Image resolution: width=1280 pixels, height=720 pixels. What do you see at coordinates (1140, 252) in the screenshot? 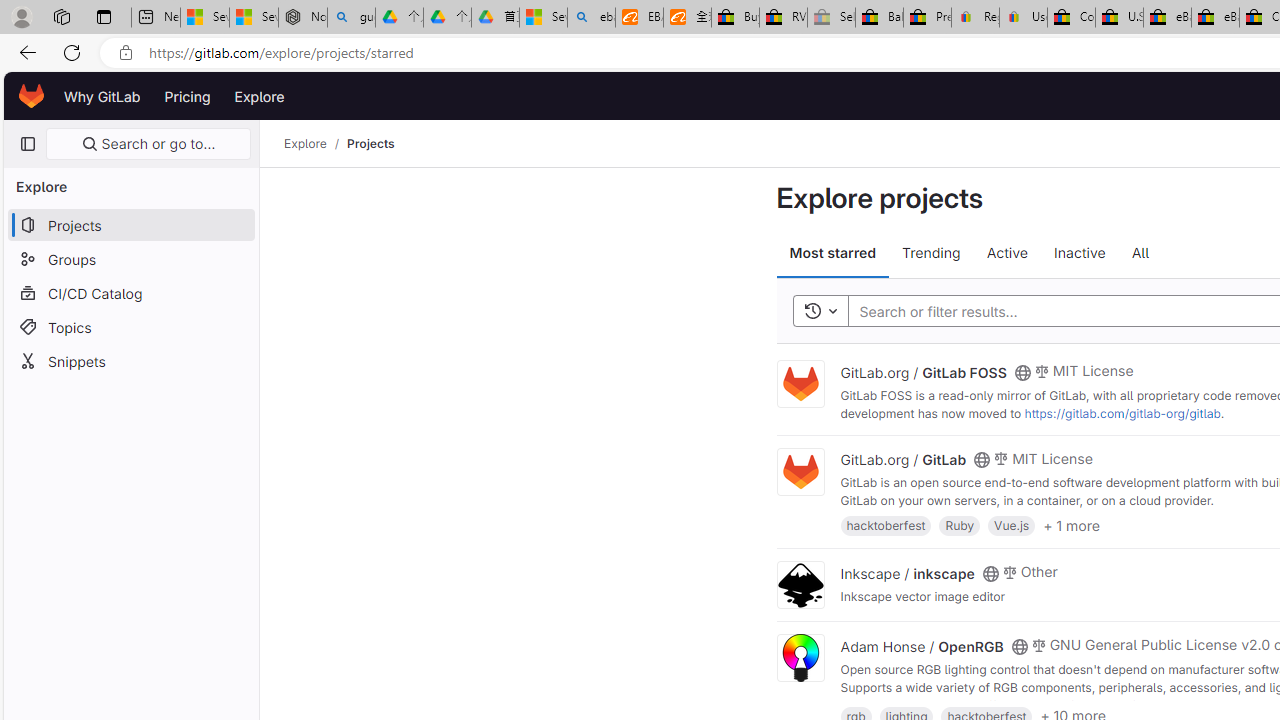
I see `'All'` at bounding box center [1140, 252].